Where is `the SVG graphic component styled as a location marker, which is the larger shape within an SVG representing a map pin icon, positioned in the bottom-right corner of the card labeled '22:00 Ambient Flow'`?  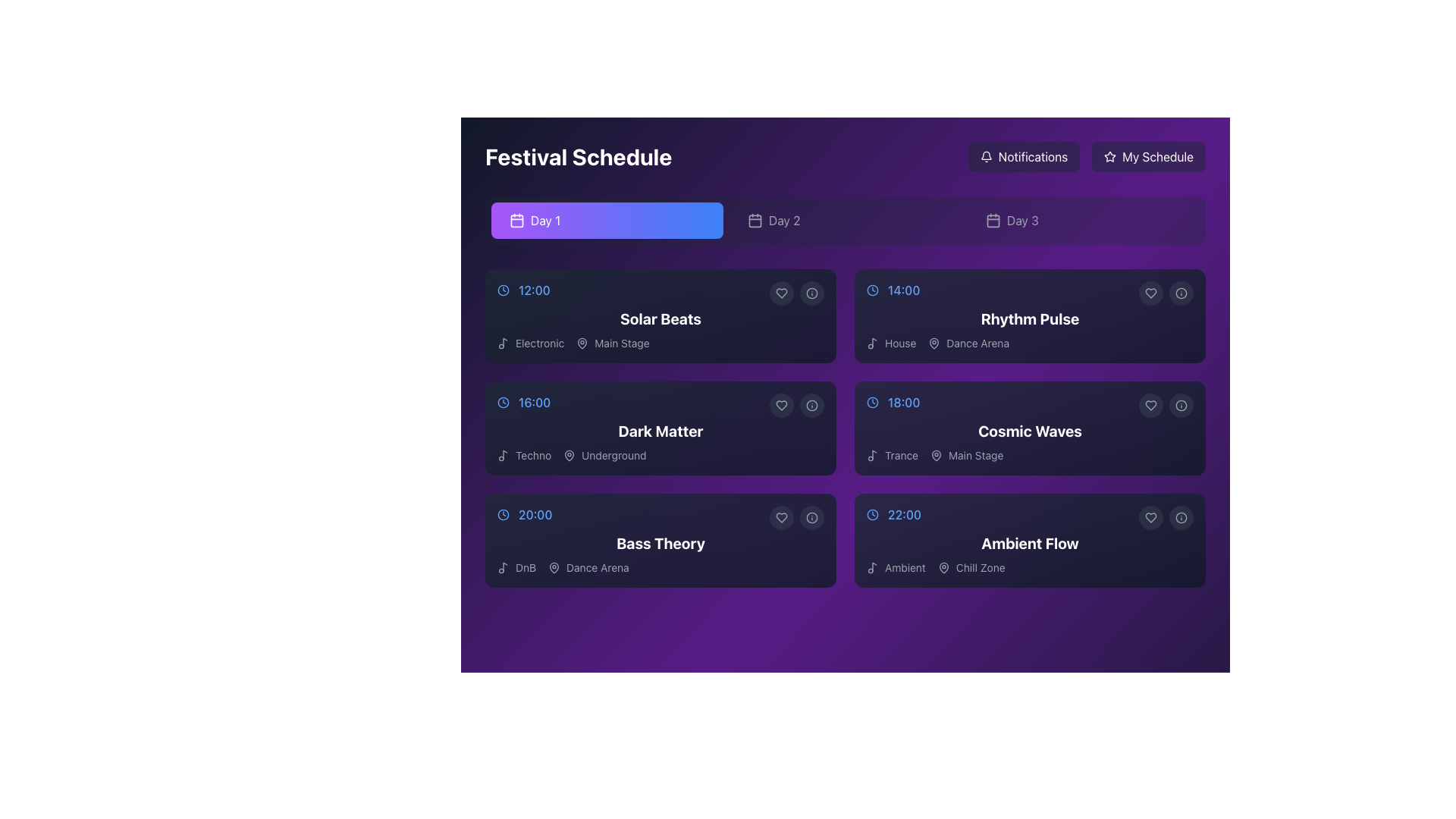
the SVG graphic component styled as a location marker, which is the larger shape within an SVG representing a map pin icon, positioned in the bottom-right corner of the card labeled '22:00 Ambient Flow' is located at coordinates (943, 567).